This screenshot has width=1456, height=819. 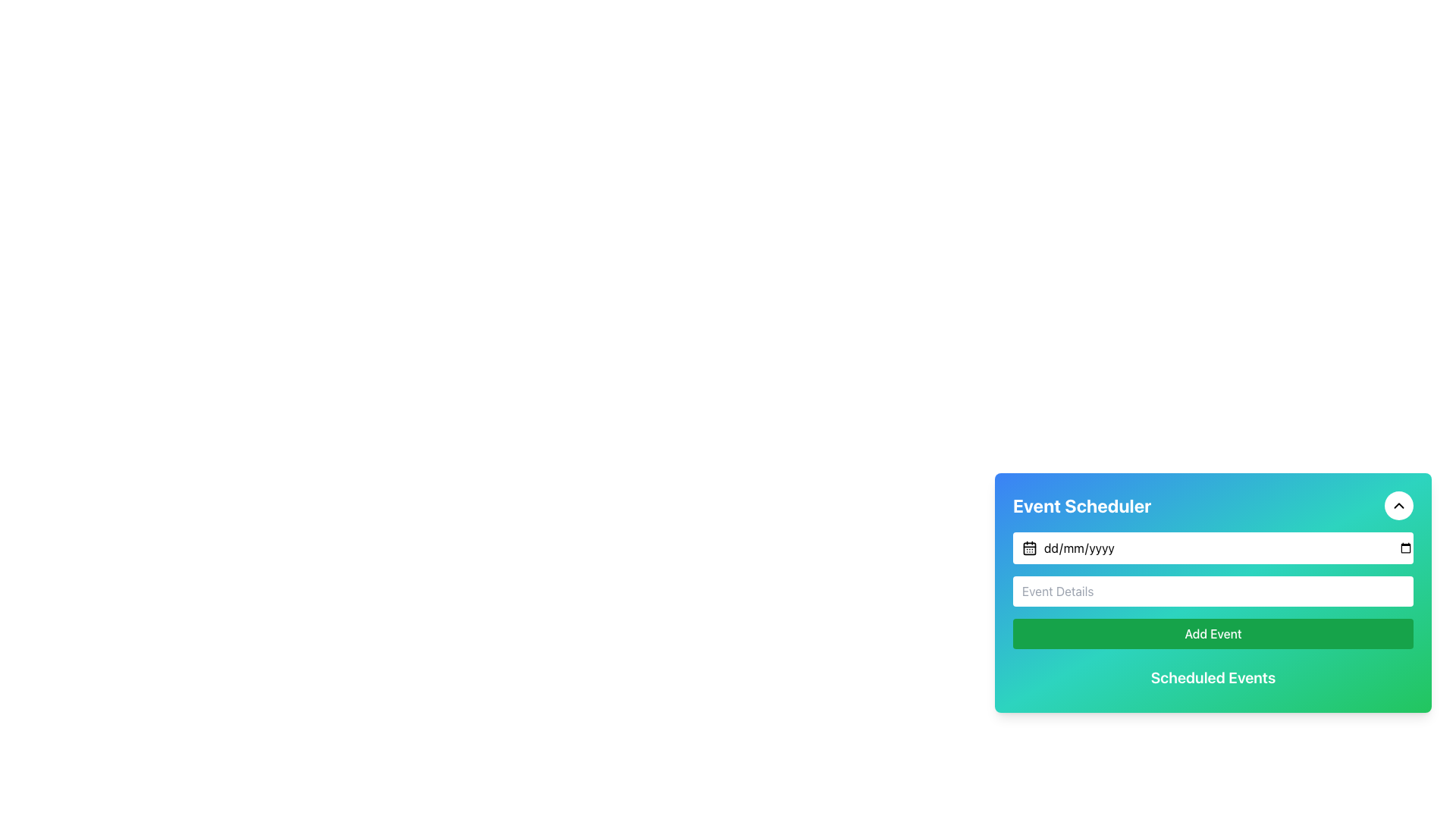 What do you see at coordinates (1212, 634) in the screenshot?
I see `the 'Add Event' button located at the bottom of the 'Event Scheduler' panel` at bounding box center [1212, 634].